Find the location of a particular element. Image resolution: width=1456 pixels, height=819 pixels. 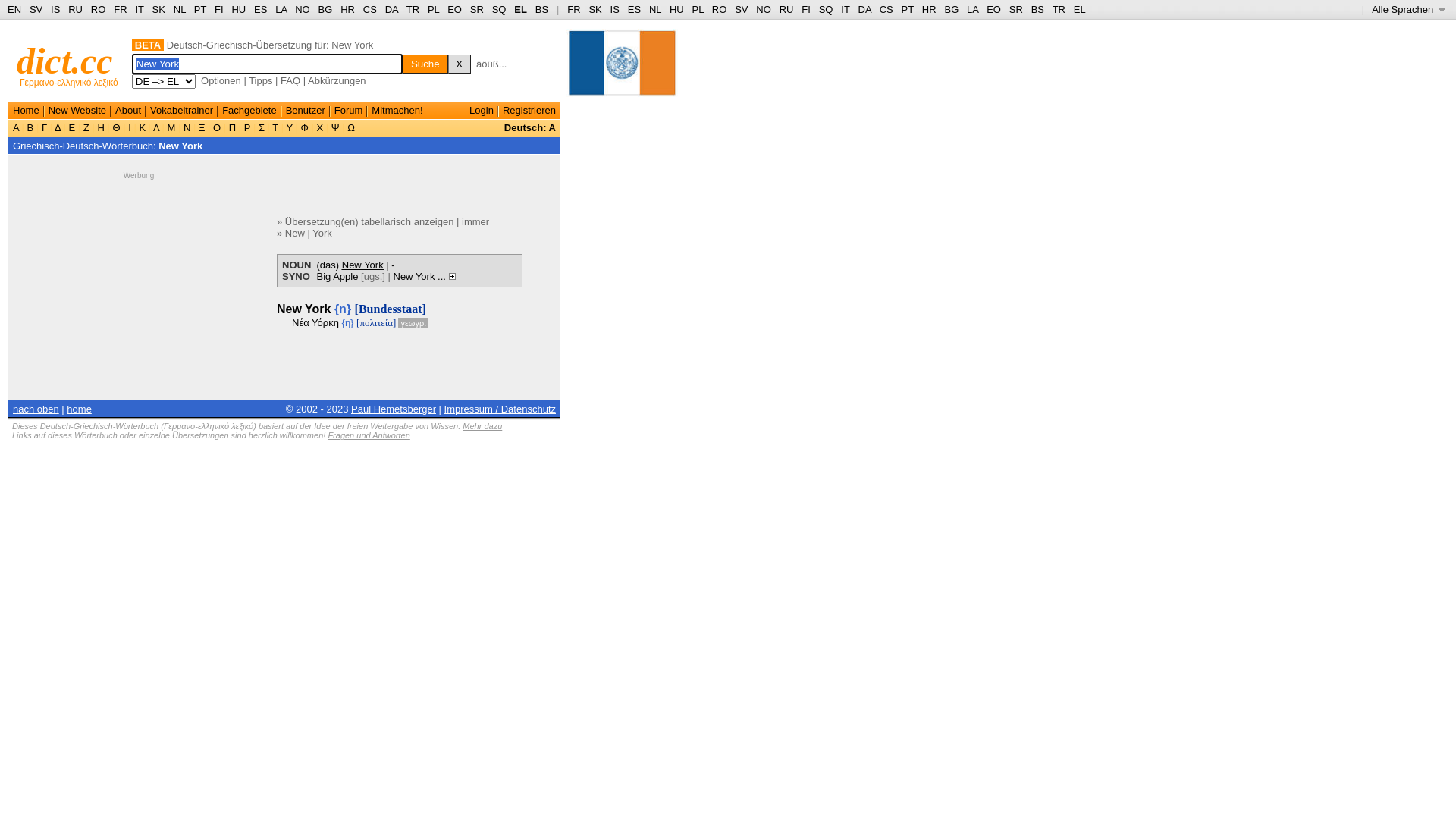

'HU' is located at coordinates (237, 9).